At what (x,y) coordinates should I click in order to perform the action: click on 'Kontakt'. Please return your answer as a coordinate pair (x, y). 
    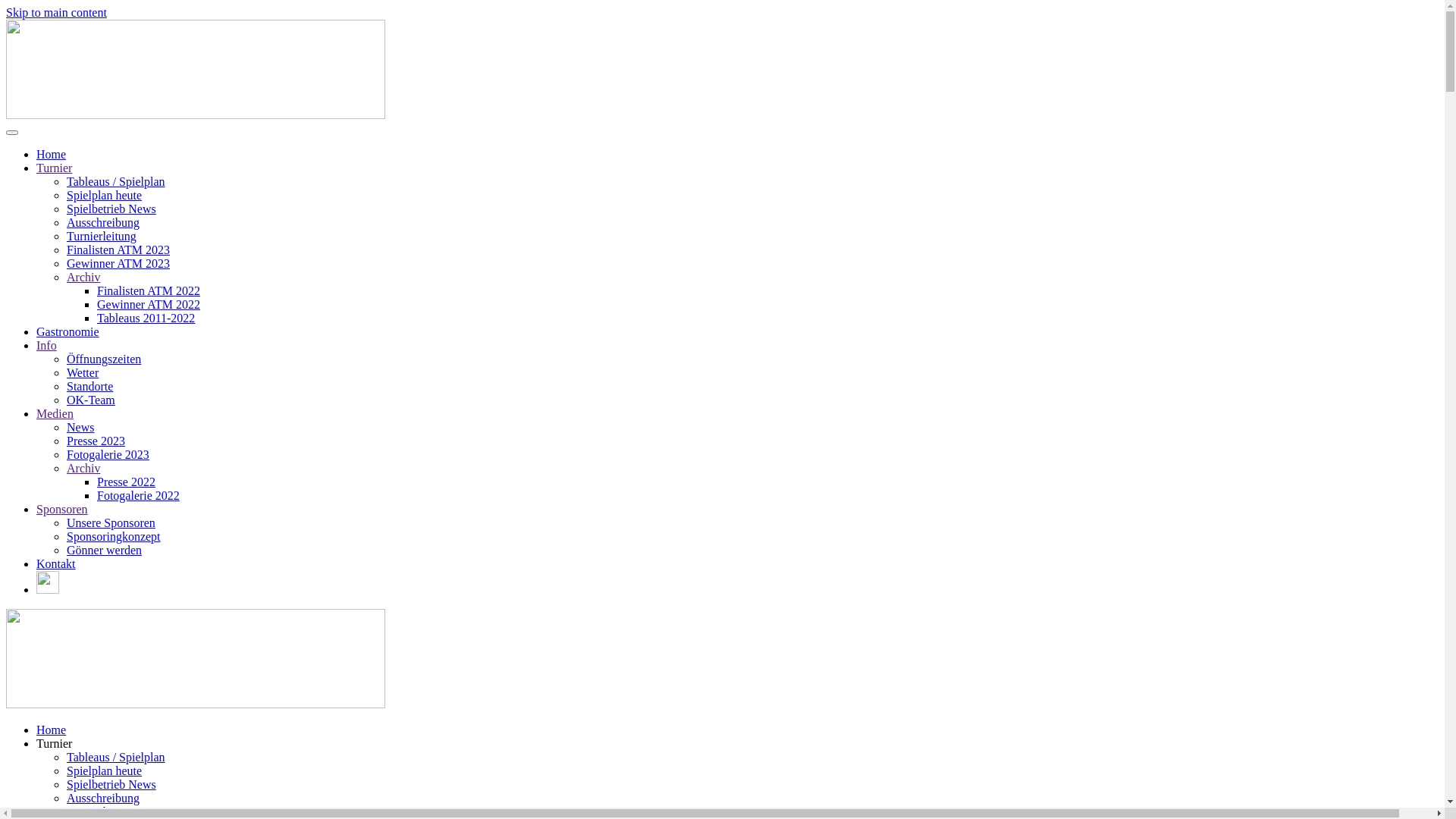
    Looking at the image, I should click on (55, 563).